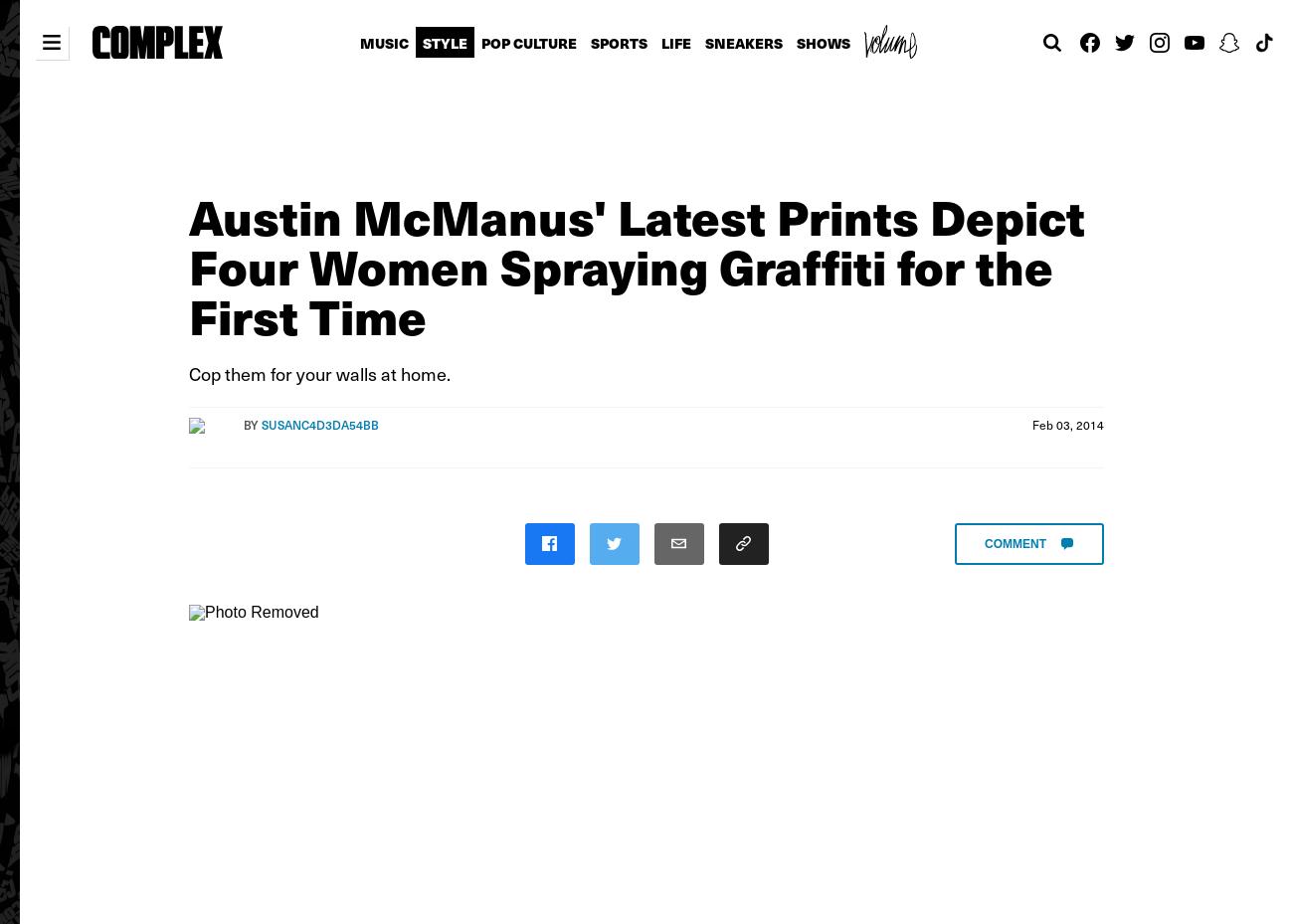  I want to click on 'Austin McManus' Latest Prints Depict Four Women Spraying Graffiti for the First Time', so click(637, 264).